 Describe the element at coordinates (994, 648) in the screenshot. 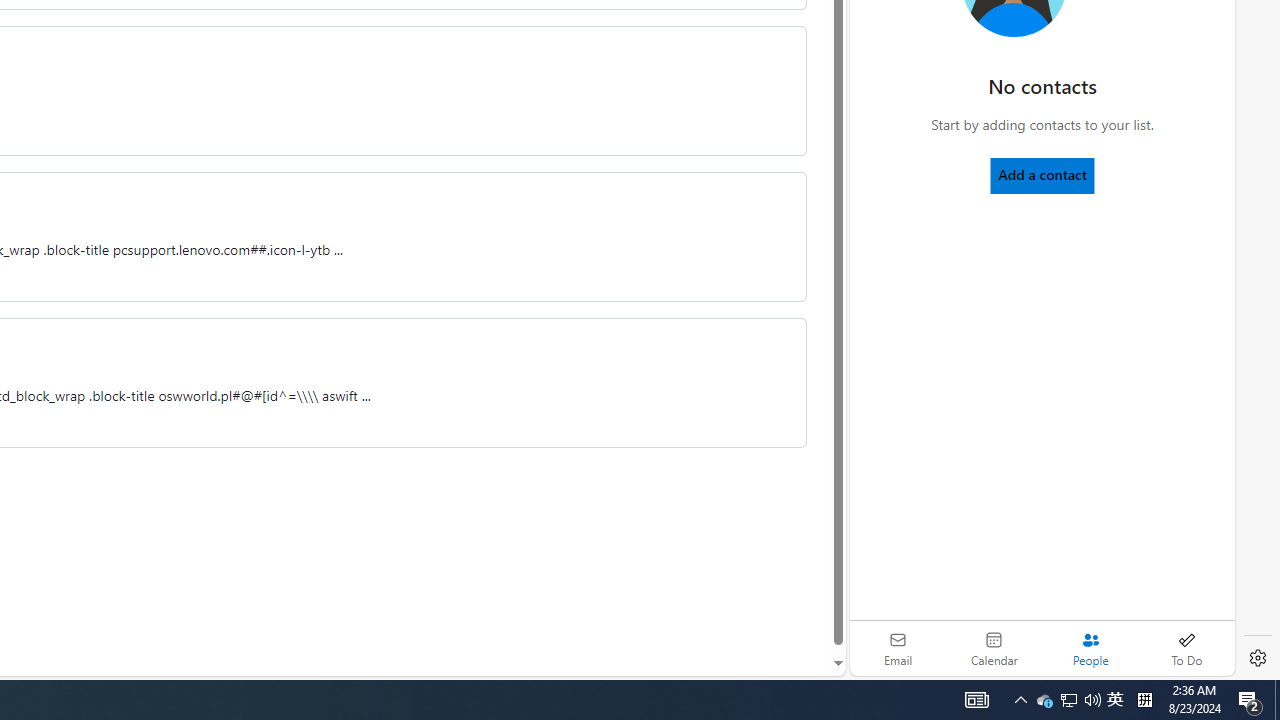

I see `'Calendar. Date today is 22'` at that location.